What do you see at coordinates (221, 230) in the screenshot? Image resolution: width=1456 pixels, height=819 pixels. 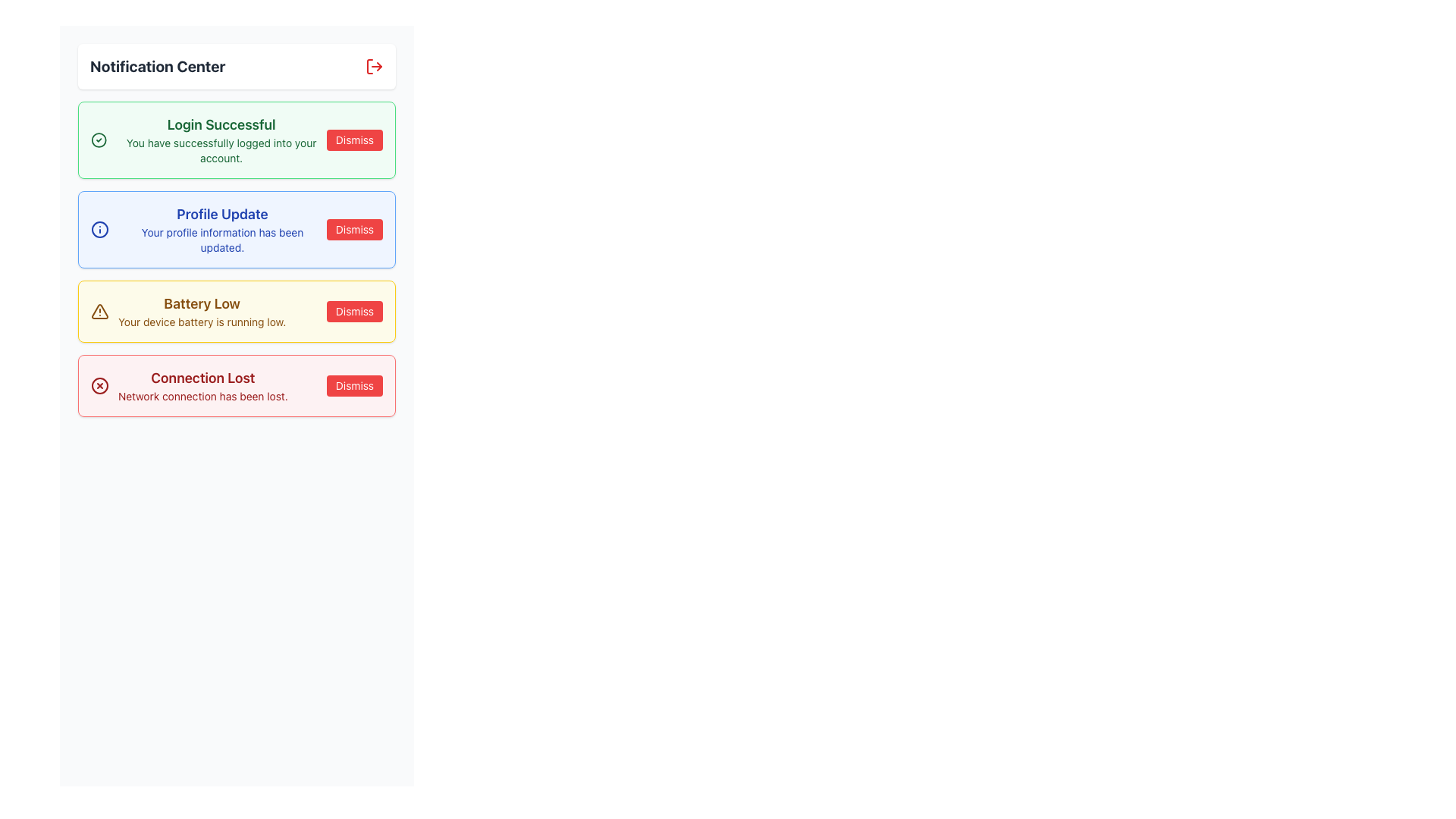 I see `the informational text indicating that the user's profile information has been successfully updated, which is located in the second notification card with a blue border and background` at bounding box center [221, 230].